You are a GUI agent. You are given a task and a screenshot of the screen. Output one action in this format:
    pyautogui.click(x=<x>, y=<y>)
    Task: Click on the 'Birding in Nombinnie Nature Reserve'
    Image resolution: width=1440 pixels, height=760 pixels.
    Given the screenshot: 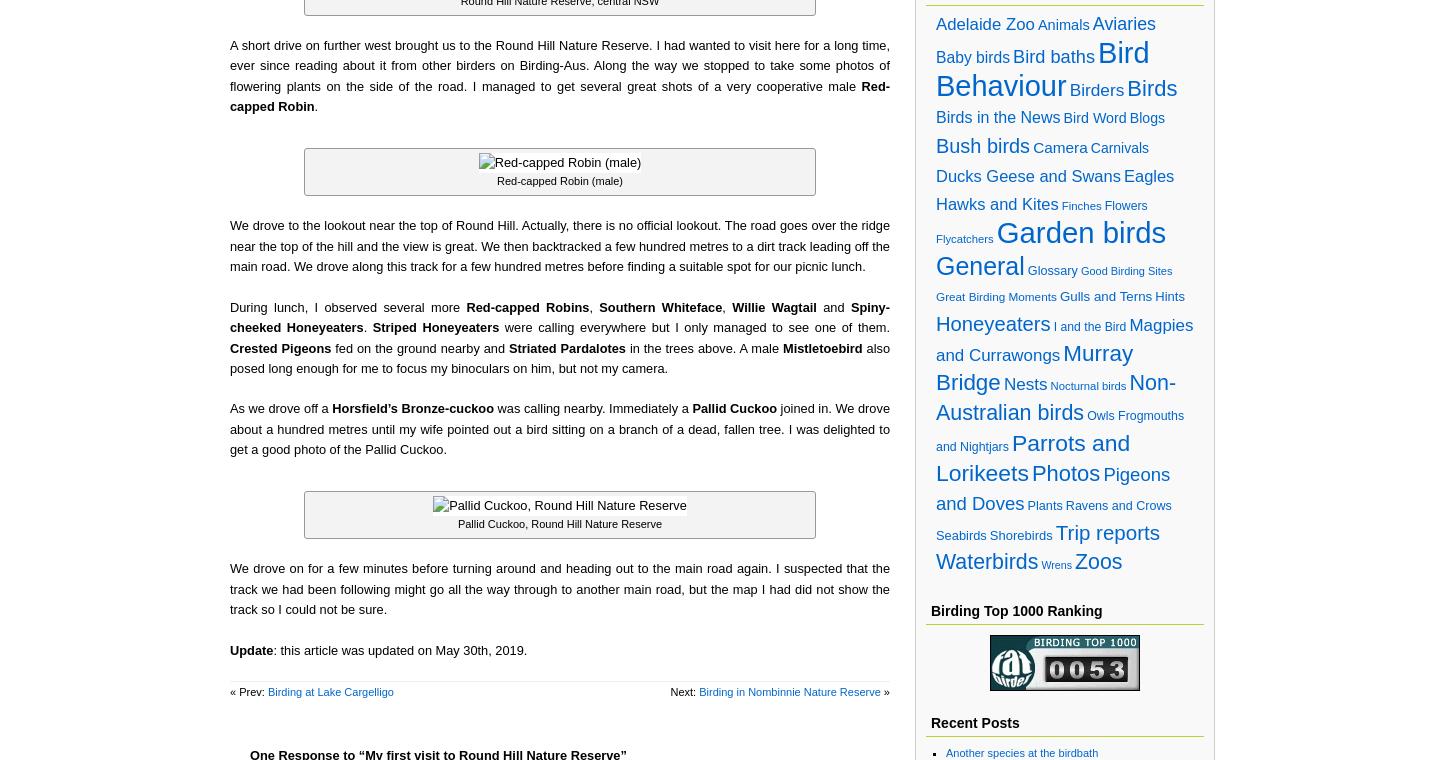 What is the action you would take?
    pyautogui.click(x=789, y=691)
    